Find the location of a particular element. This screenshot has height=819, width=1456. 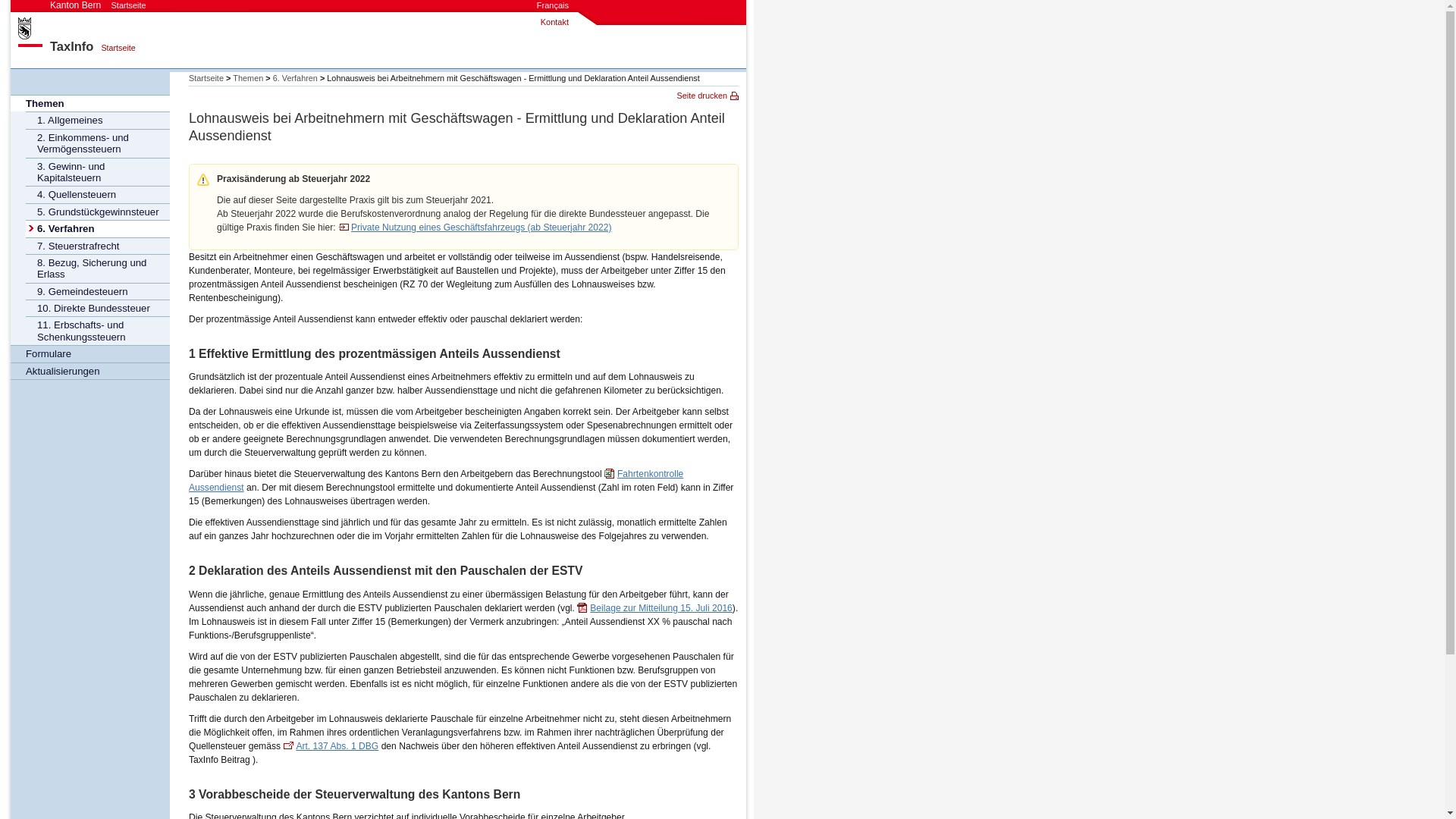

'3. Gewinn- und Kapitalsteuern' is located at coordinates (97, 171).